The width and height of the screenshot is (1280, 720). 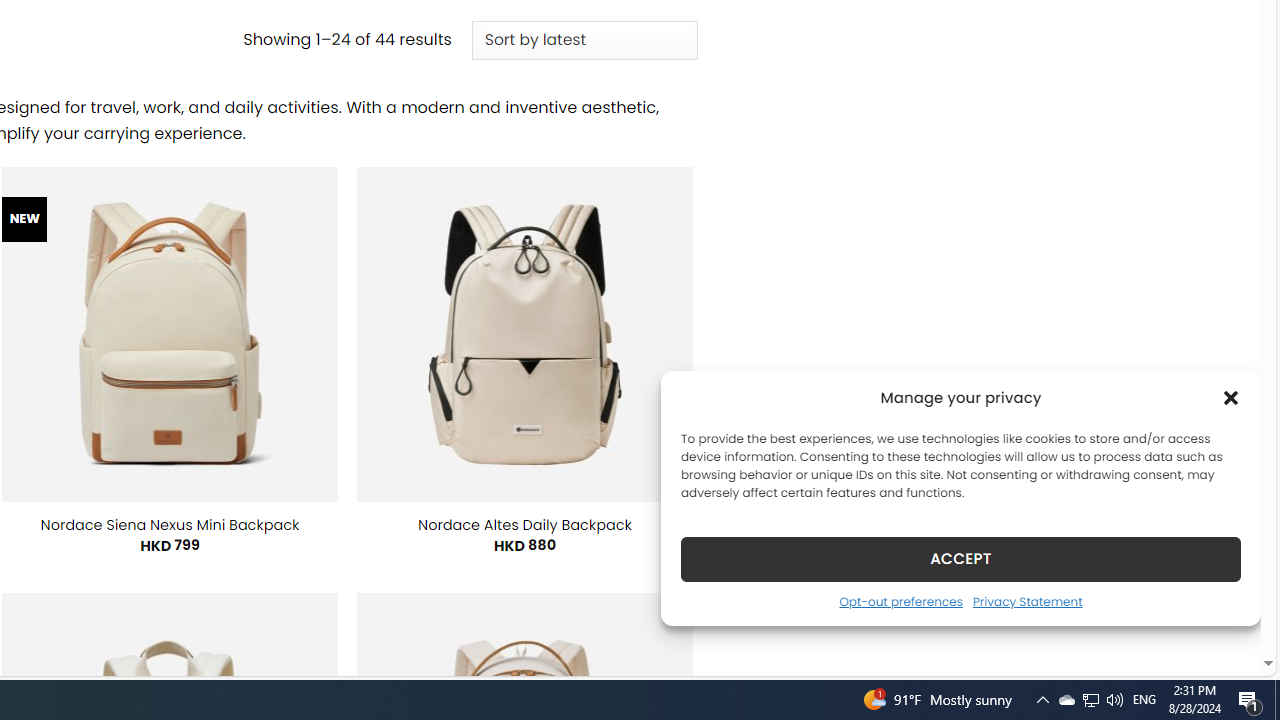 I want to click on 'Opt-out preferences', so click(x=899, y=600).